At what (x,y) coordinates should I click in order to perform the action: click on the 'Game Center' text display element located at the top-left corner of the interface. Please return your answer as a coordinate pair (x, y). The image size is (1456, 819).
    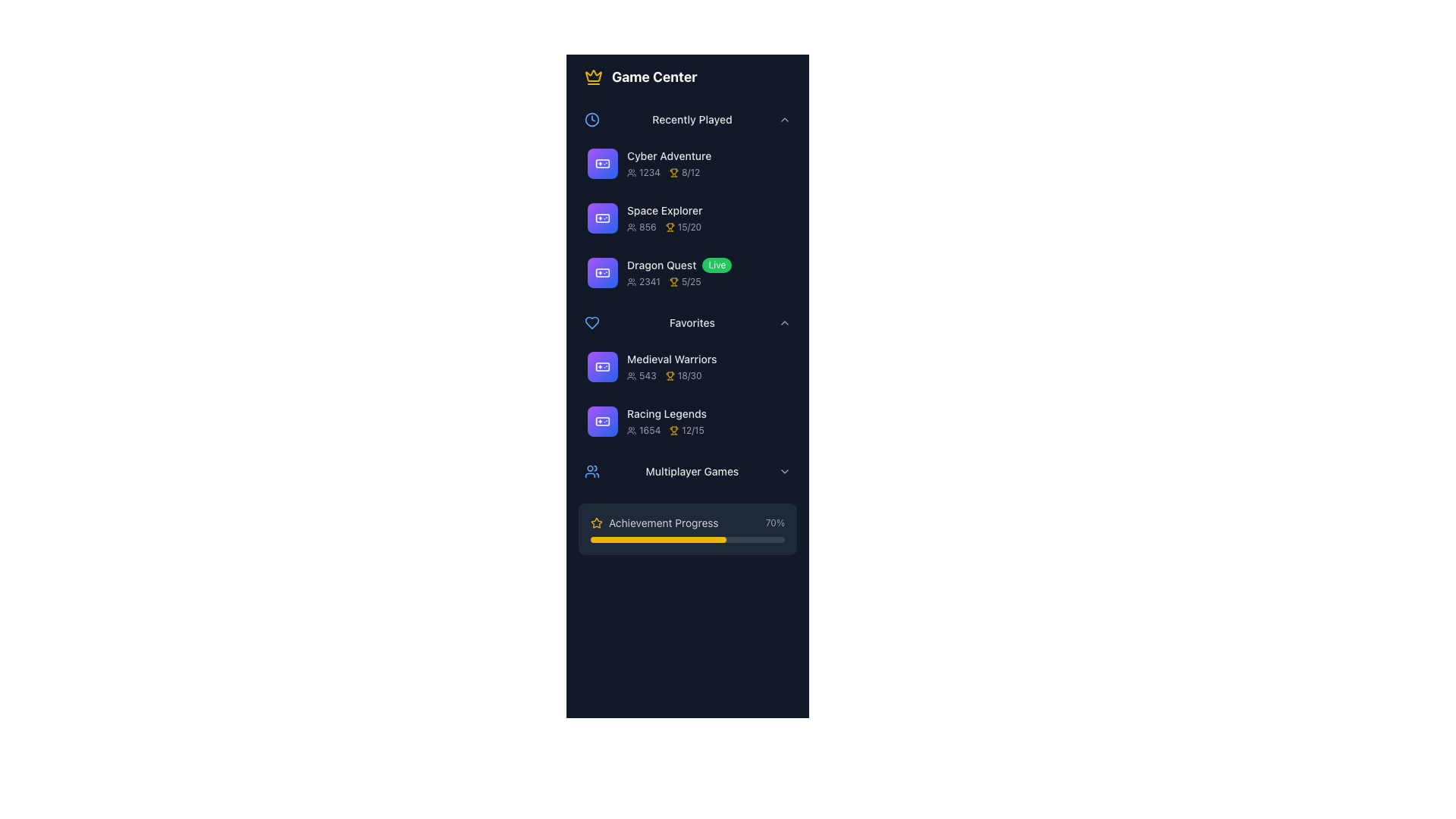
    Looking at the image, I should click on (654, 77).